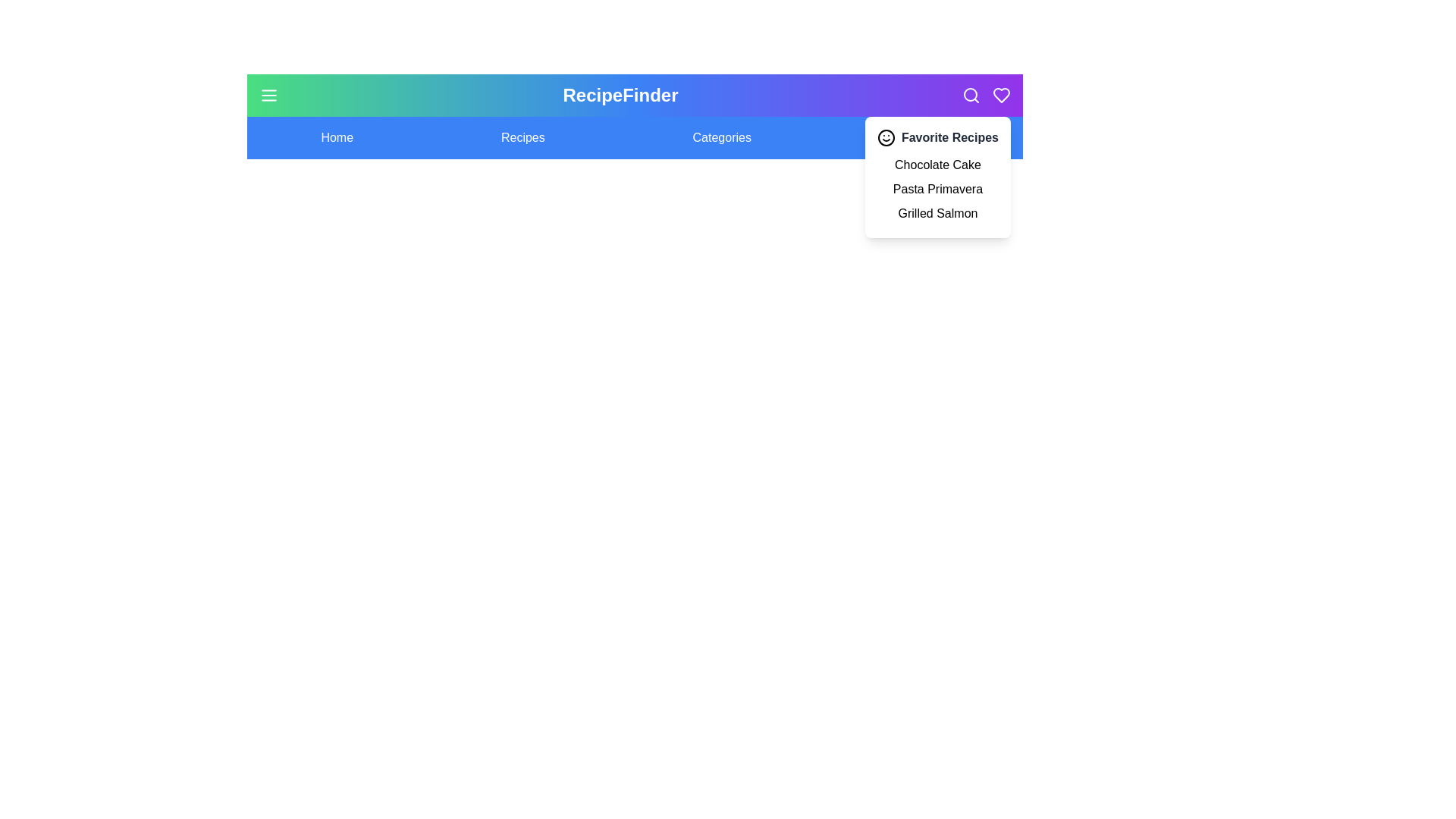 This screenshot has height=819, width=1456. What do you see at coordinates (971, 96) in the screenshot?
I see `the search_icon to observe its hover effect` at bounding box center [971, 96].